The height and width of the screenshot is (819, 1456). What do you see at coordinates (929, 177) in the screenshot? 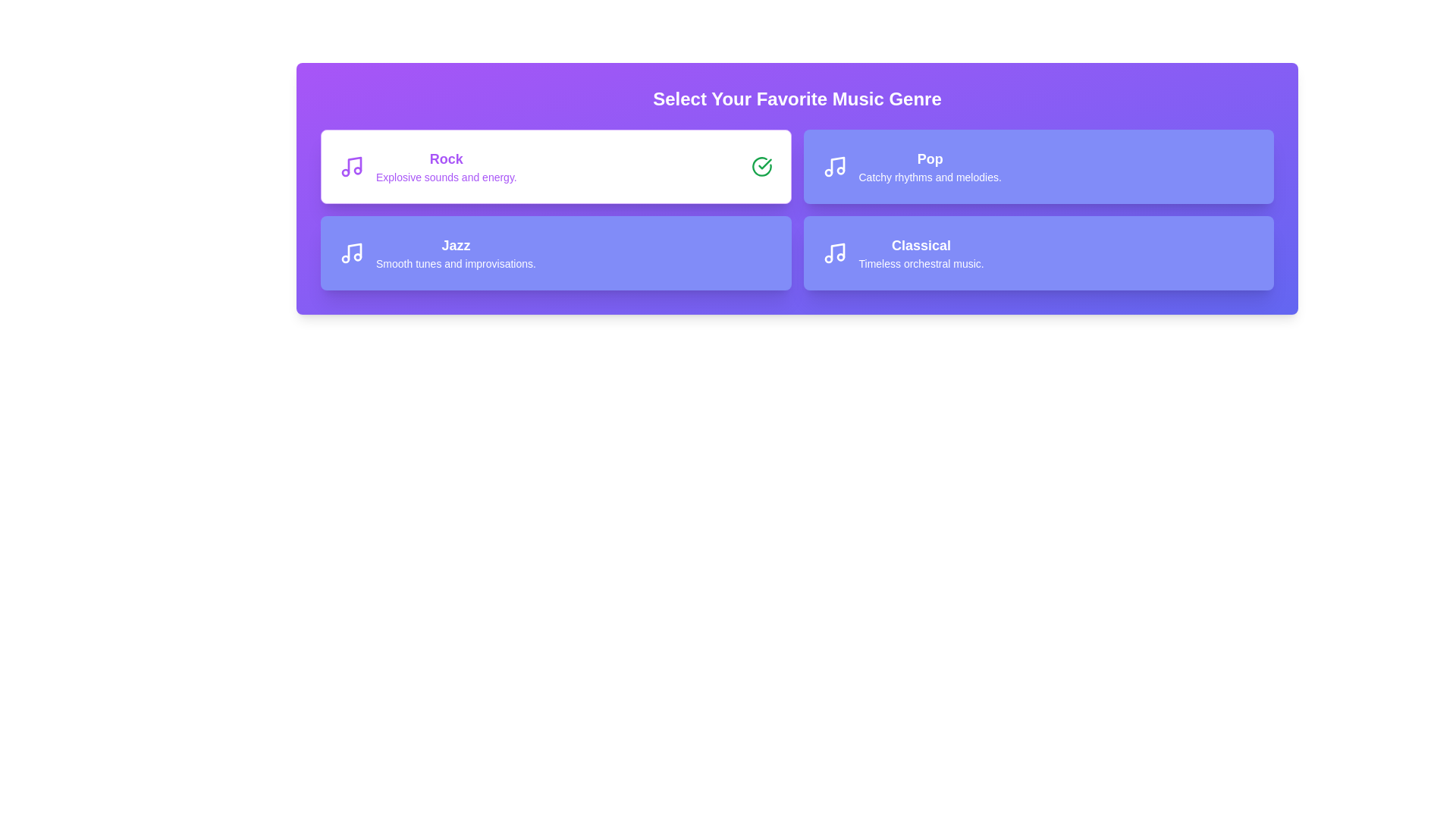
I see `the static text label that describes the 'Pop' music genre, located in the right half of the interface, below the heading 'Pop.'` at bounding box center [929, 177].